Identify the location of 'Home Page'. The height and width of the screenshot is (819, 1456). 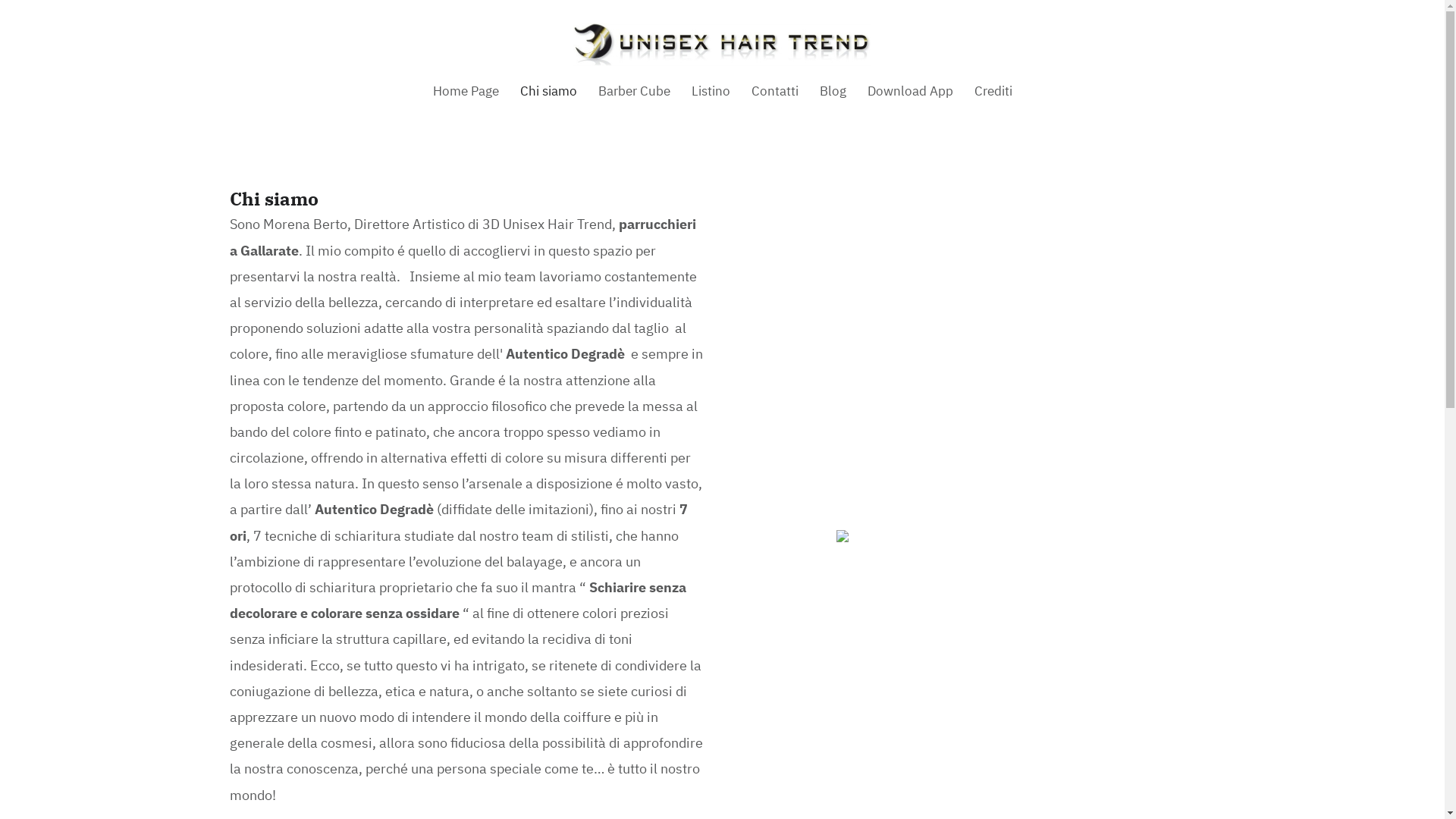
(464, 91).